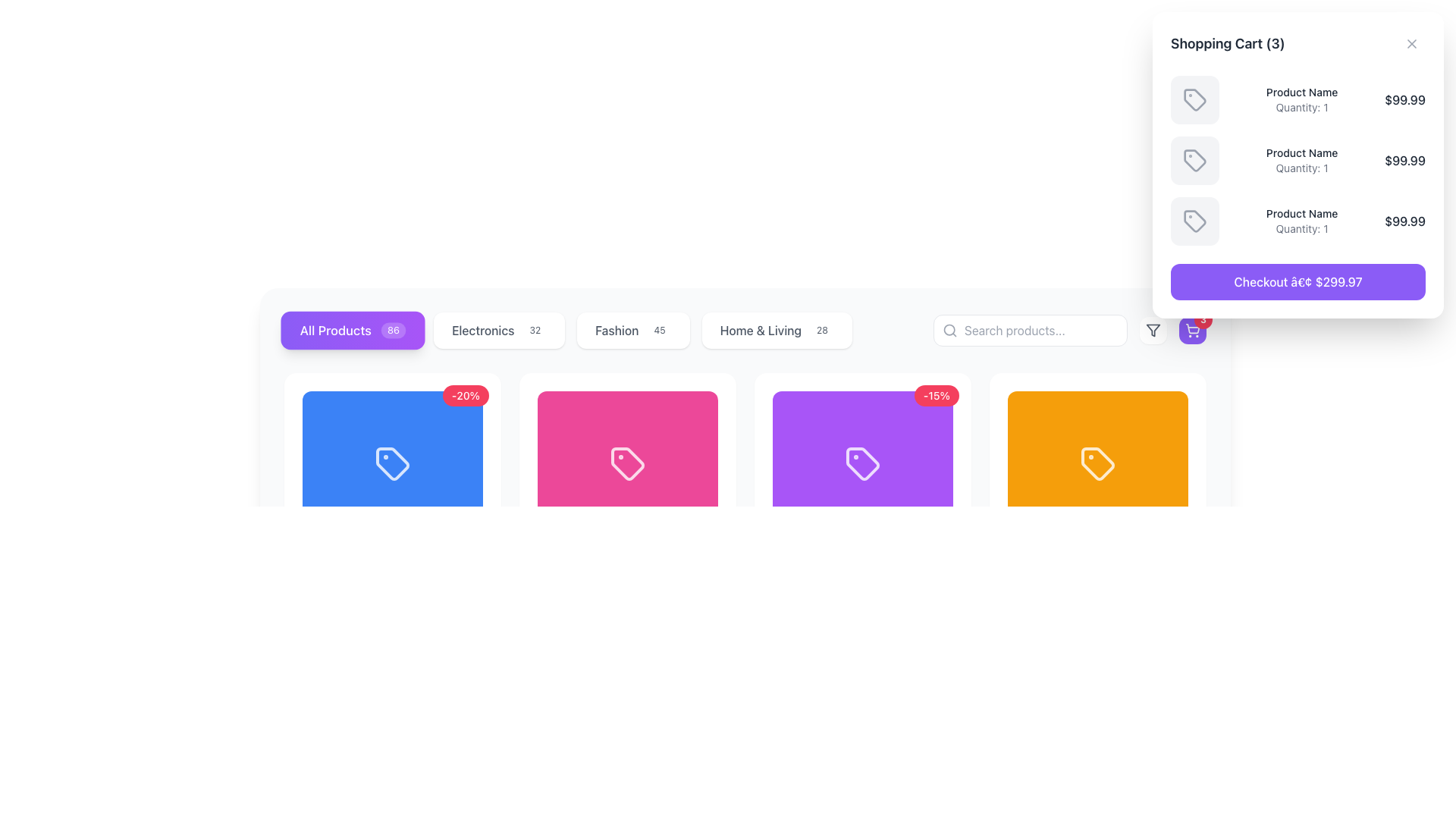  I want to click on the product tag icon located in the middle of the second row of the product grid layout, which is positioned within a purple card and is flanked by an orange card on the right and a pink card on the left, so click(862, 463).